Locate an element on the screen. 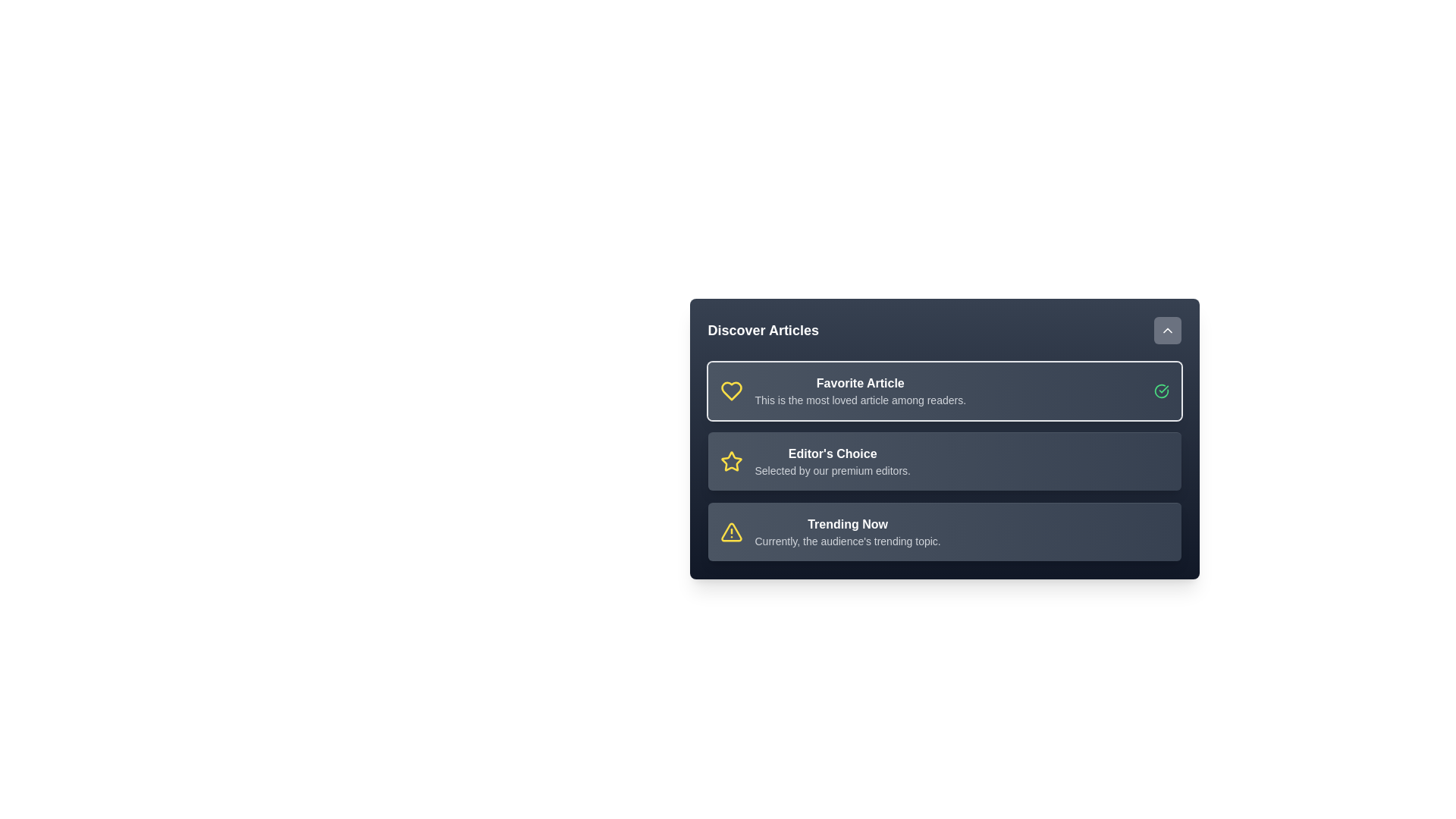 This screenshot has height=819, width=1456. the toggle button to change the menu visibility is located at coordinates (1166, 329).